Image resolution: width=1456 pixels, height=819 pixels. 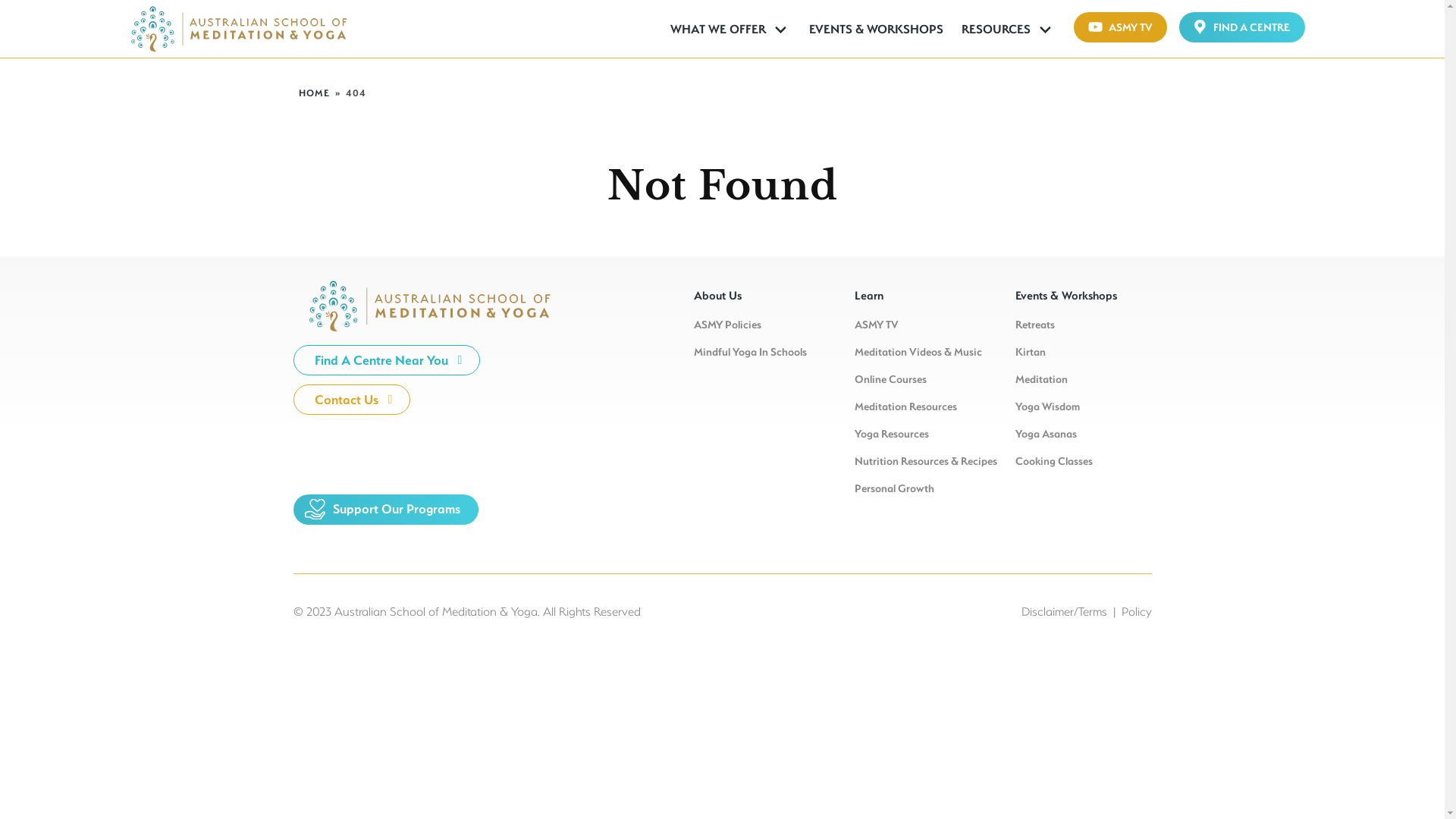 What do you see at coordinates (854, 351) in the screenshot?
I see `'Meditation Videos & Music'` at bounding box center [854, 351].